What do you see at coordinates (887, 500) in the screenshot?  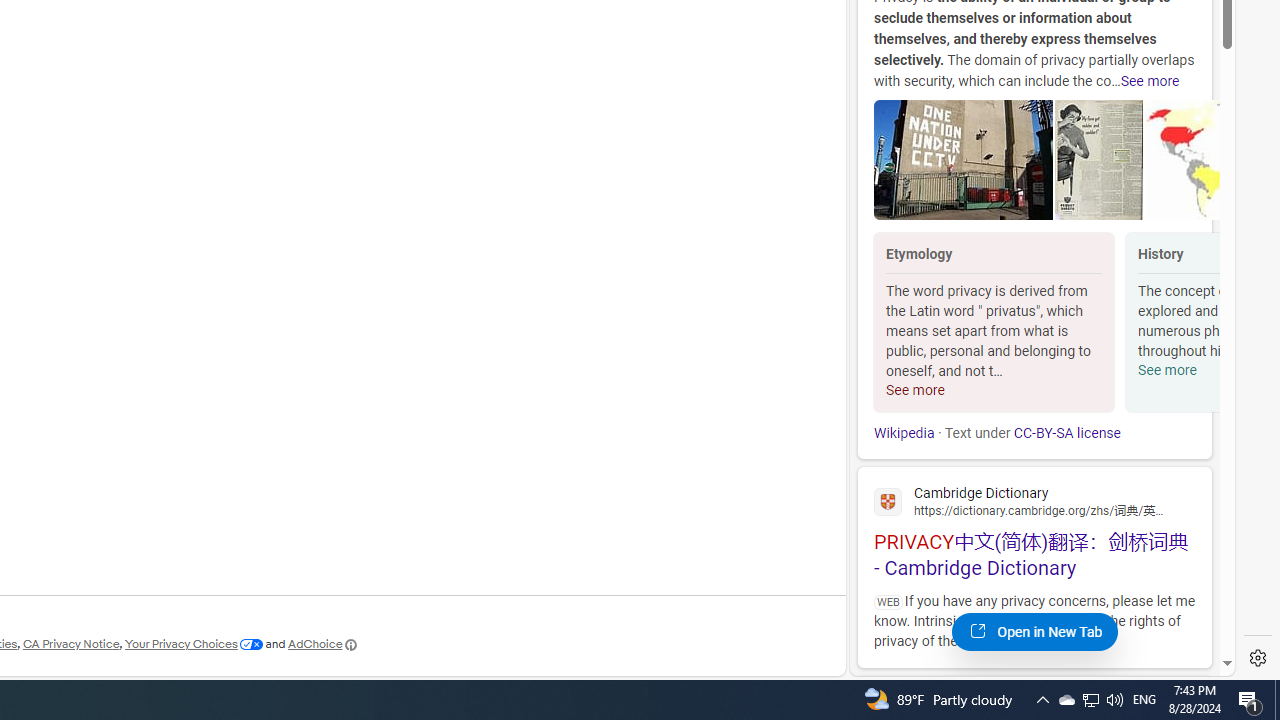 I see `'Global web icon'` at bounding box center [887, 500].